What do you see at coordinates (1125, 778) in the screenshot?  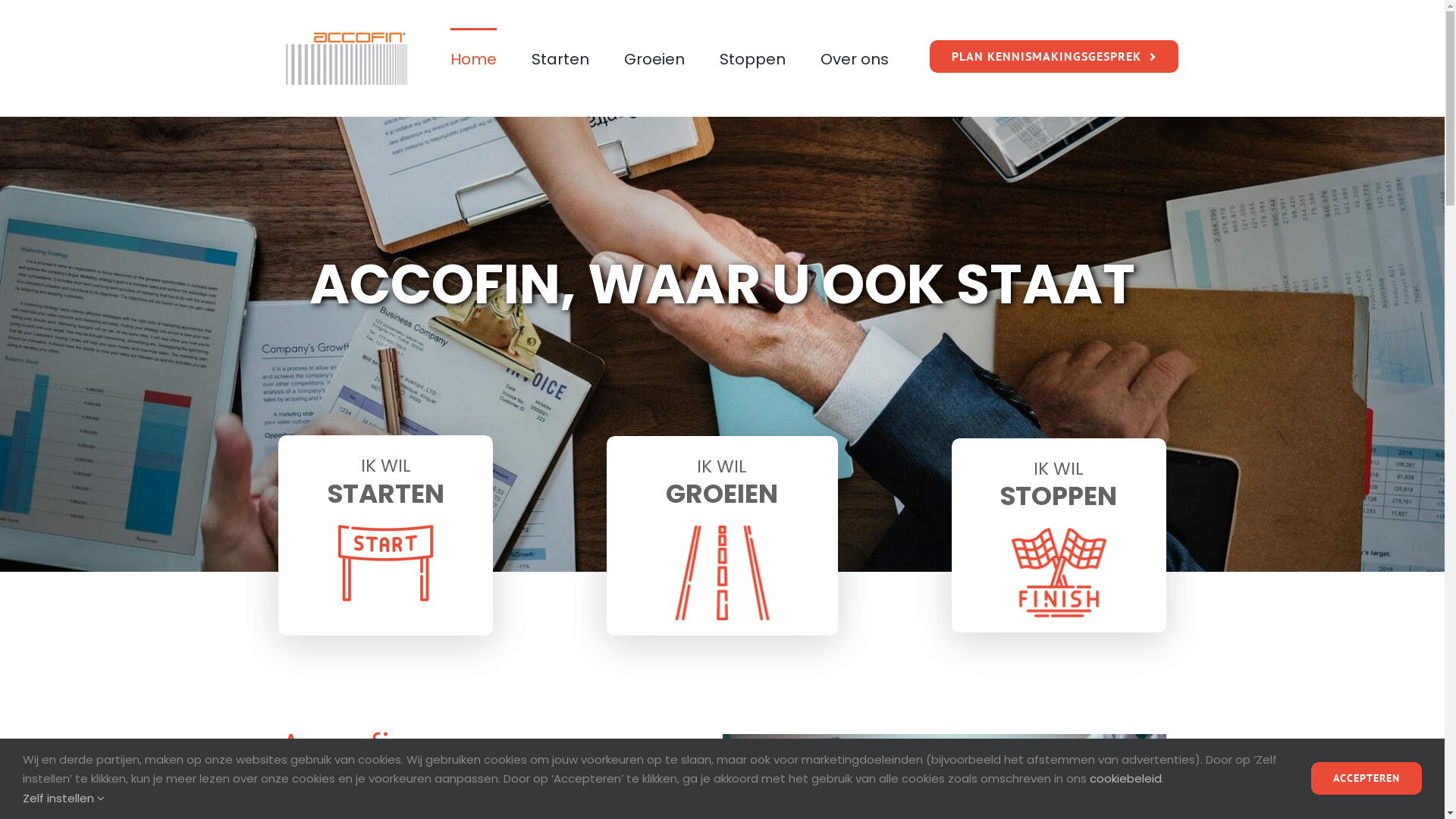 I see `'cookiebeleid'` at bounding box center [1125, 778].